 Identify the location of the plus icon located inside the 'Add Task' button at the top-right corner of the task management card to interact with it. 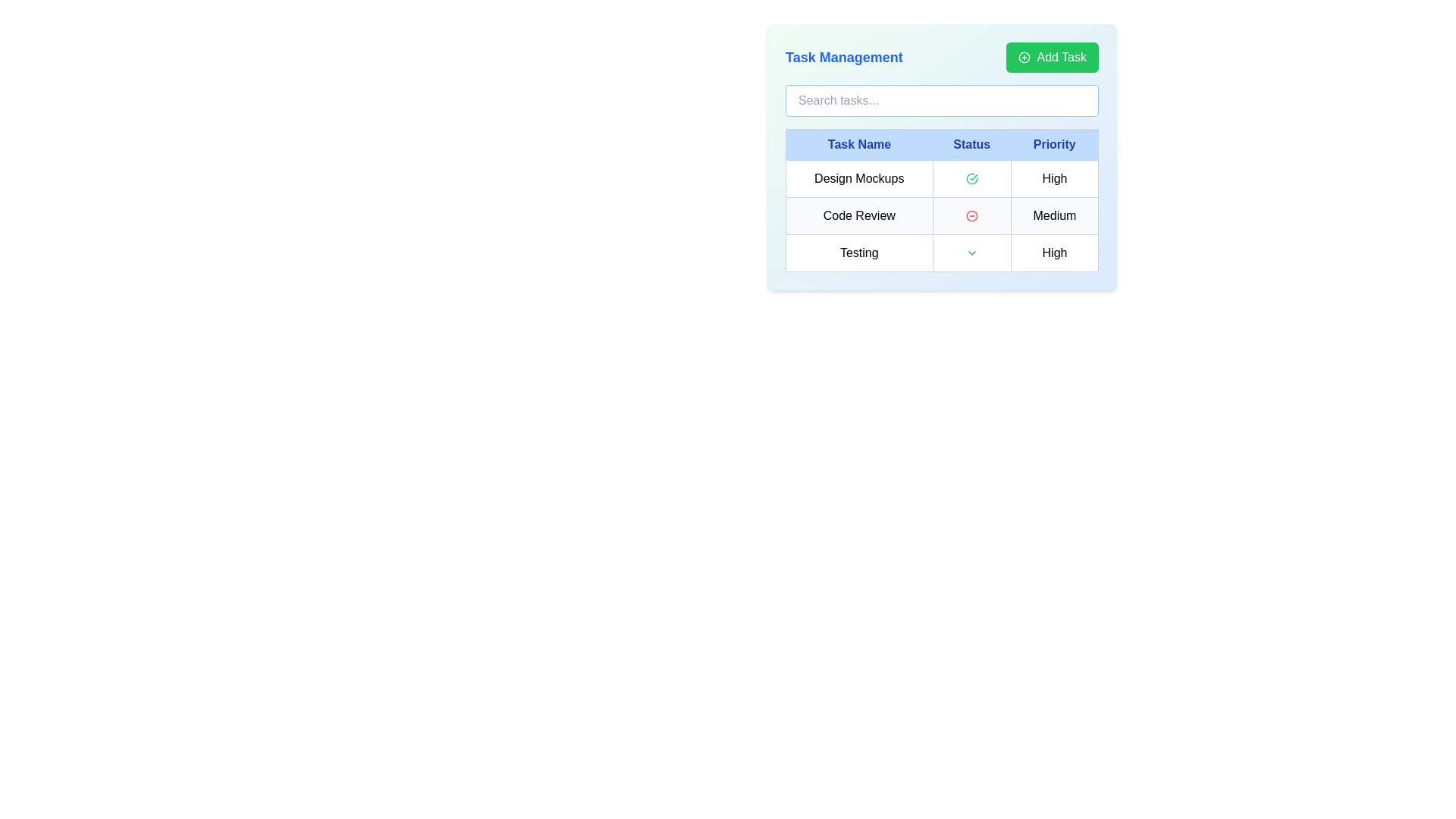
(1025, 57).